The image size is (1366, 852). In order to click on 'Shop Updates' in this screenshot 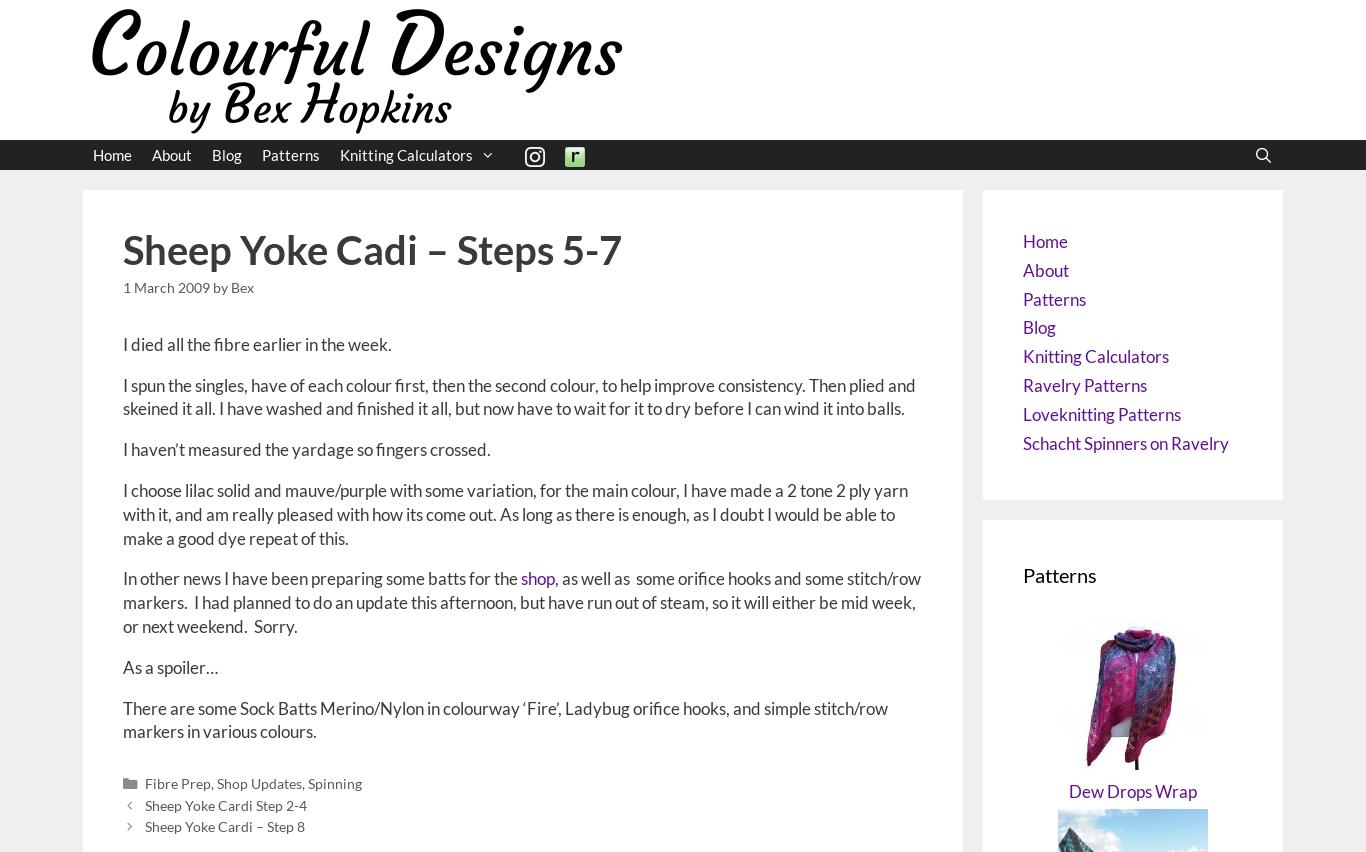, I will do `click(214, 782)`.